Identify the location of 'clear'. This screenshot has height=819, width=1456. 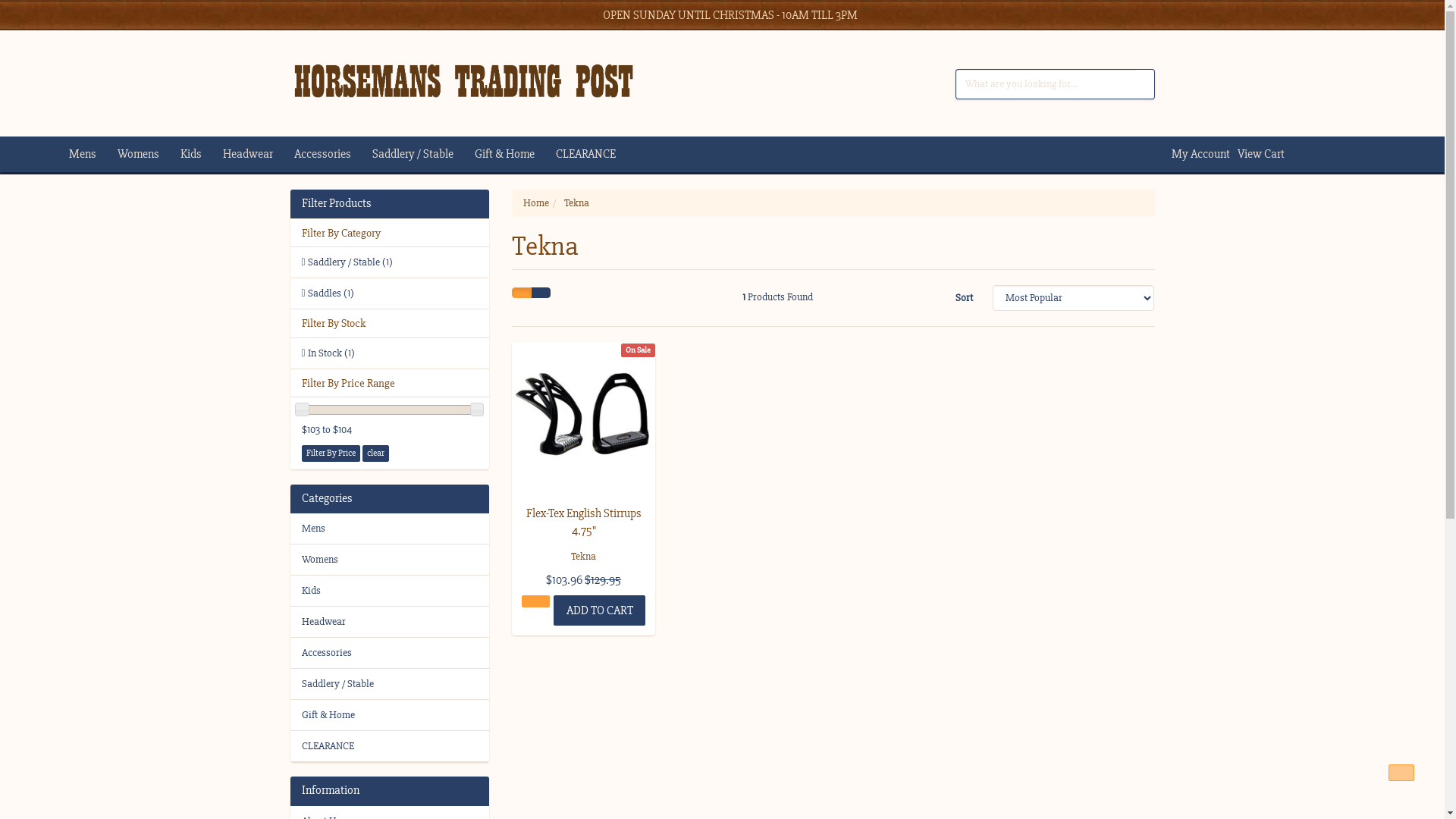
(375, 452).